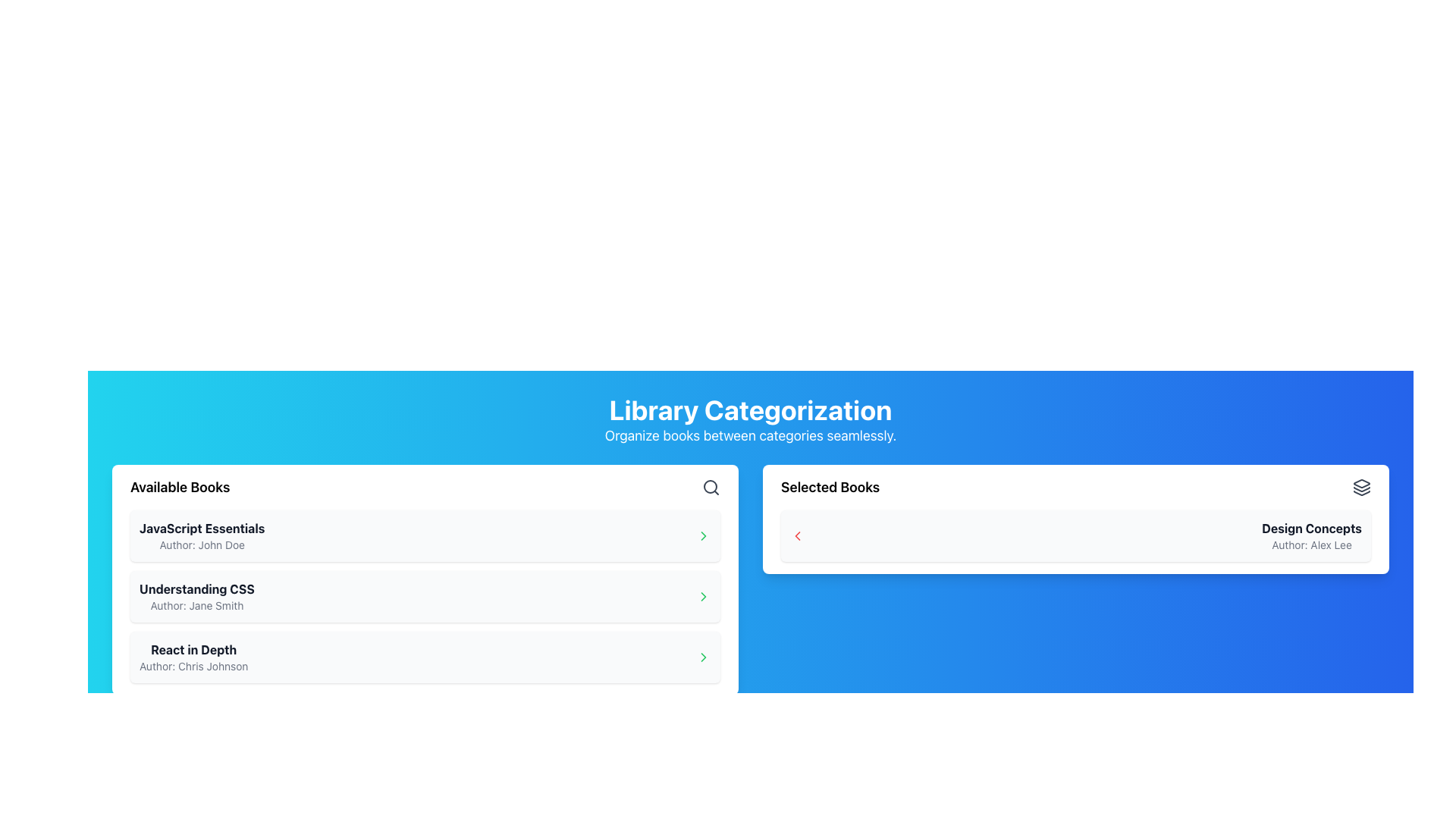  What do you see at coordinates (1311, 528) in the screenshot?
I see `the text element 'Design Concepts' which is the topmost text in the card of the 'Selected Books' list, displayed in bold and dark gray color` at bounding box center [1311, 528].